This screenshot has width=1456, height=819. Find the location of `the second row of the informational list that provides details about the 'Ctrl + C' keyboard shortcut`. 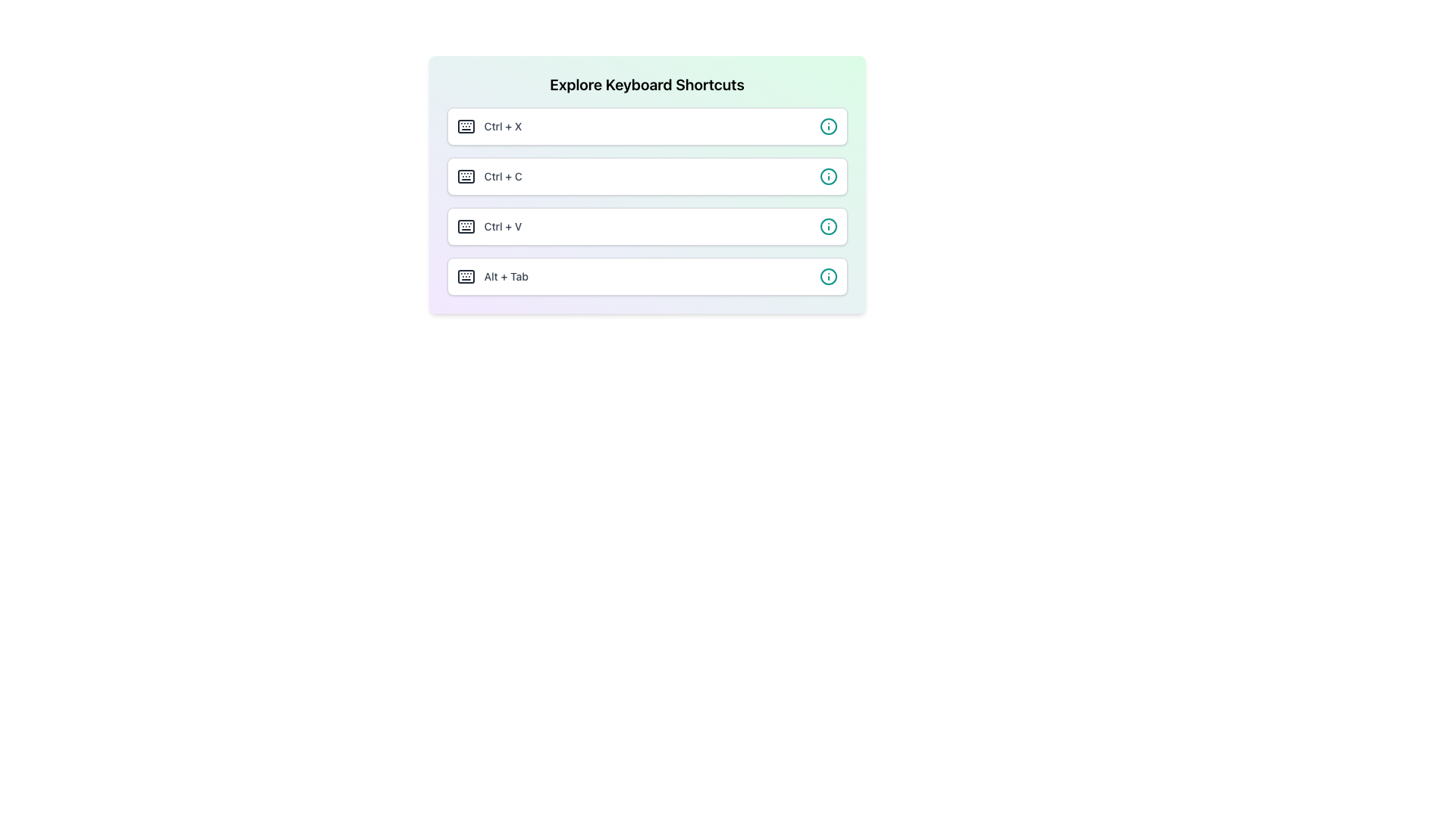

the second row of the informational list that provides details about the 'Ctrl + C' keyboard shortcut is located at coordinates (647, 175).